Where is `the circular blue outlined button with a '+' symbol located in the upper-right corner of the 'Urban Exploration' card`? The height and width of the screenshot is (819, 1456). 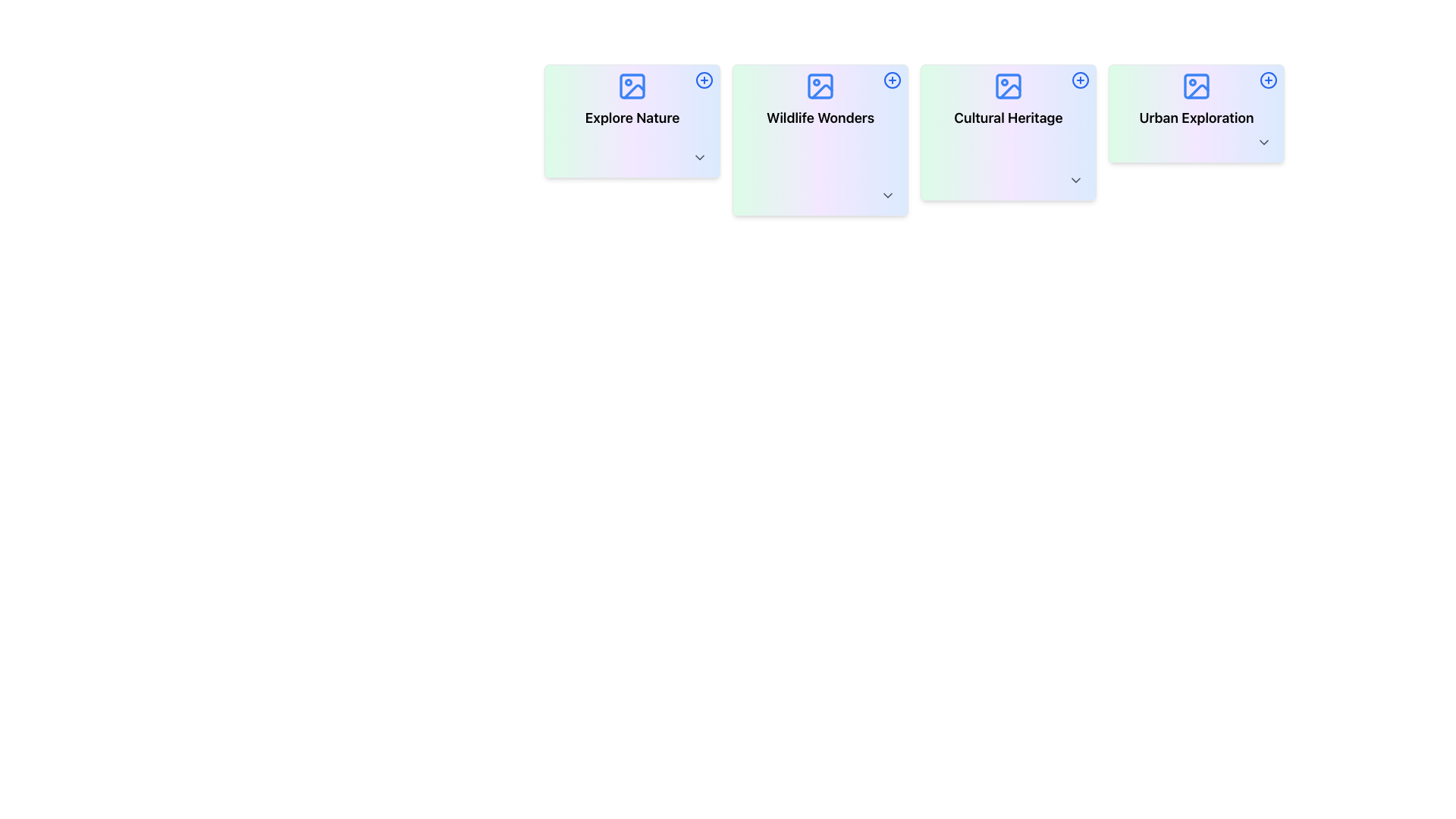 the circular blue outlined button with a '+' symbol located in the upper-right corner of the 'Urban Exploration' card is located at coordinates (1269, 80).